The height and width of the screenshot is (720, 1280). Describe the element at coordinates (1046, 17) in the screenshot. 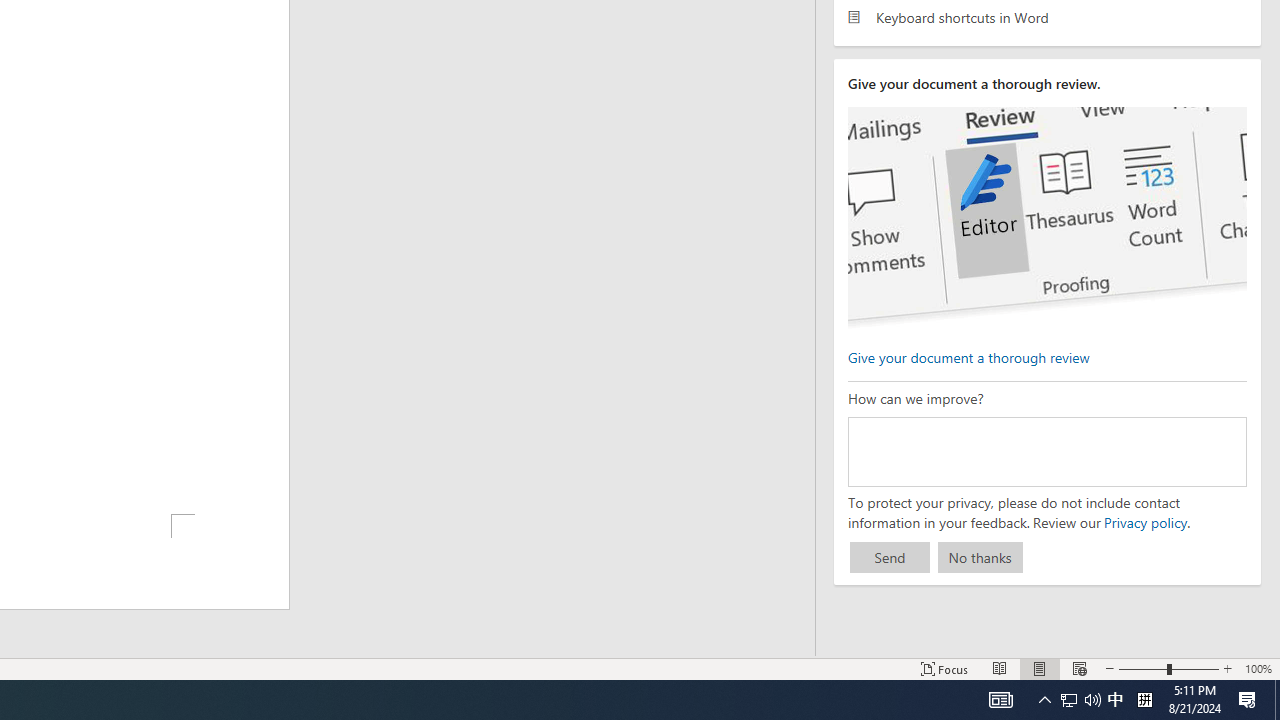

I see `'Keyboard shortcuts in Word'` at that location.